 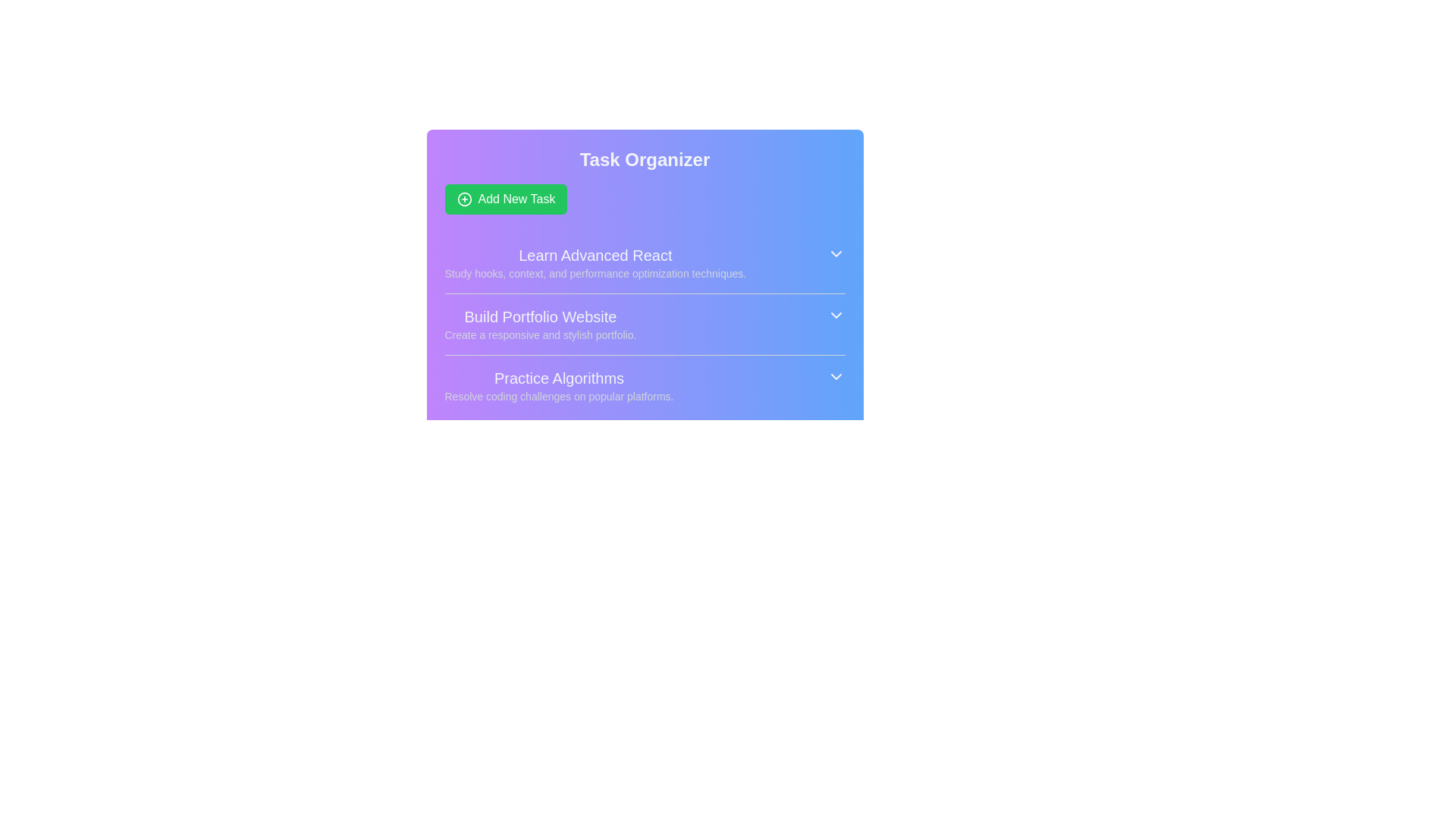 I want to click on a task within the Task viewing and management card, so click(x=645, y=281).